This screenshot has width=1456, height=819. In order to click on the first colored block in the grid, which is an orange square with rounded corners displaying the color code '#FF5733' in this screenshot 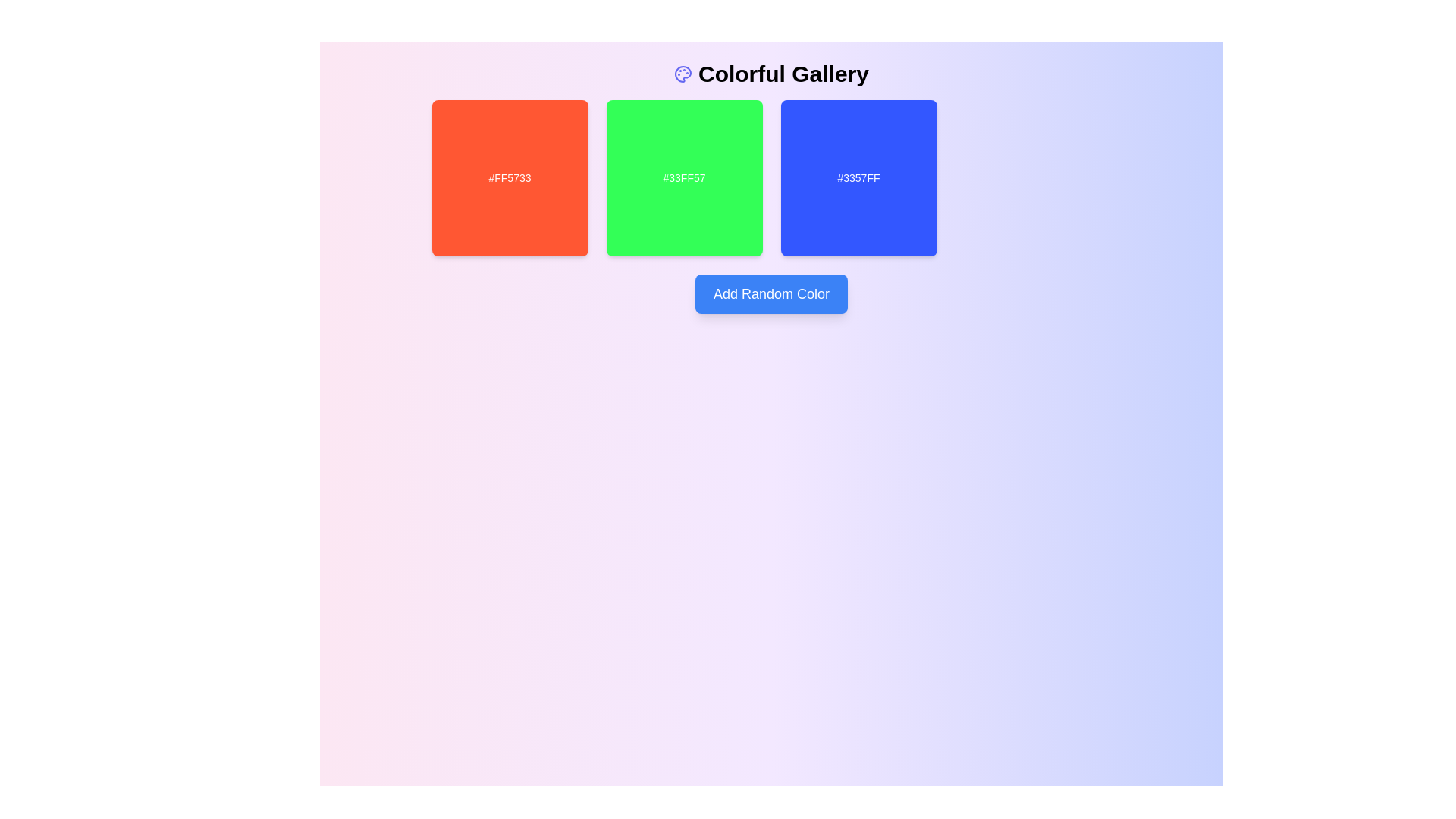, I will do `click(510, 177)`.